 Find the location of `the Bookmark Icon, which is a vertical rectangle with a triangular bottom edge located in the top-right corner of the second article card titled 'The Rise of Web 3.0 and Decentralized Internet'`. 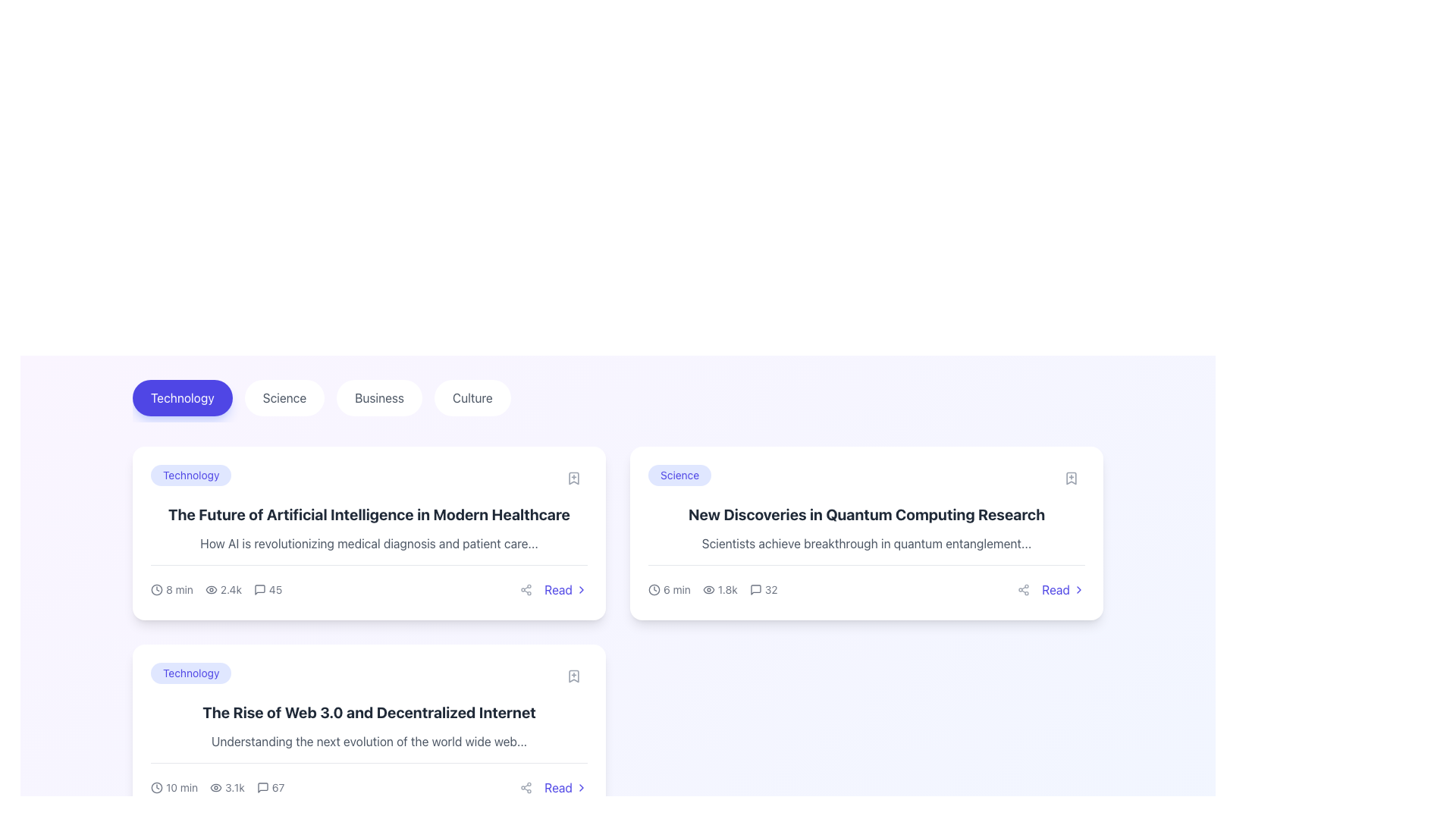

the Bookmark Icon, which is a vertical rectangle with a triangular bottom edge located in the top-right corner of the second article card titled 'The Rise of Web 3.0 and Decentralized Internet' is located at coordinates (573, 675).